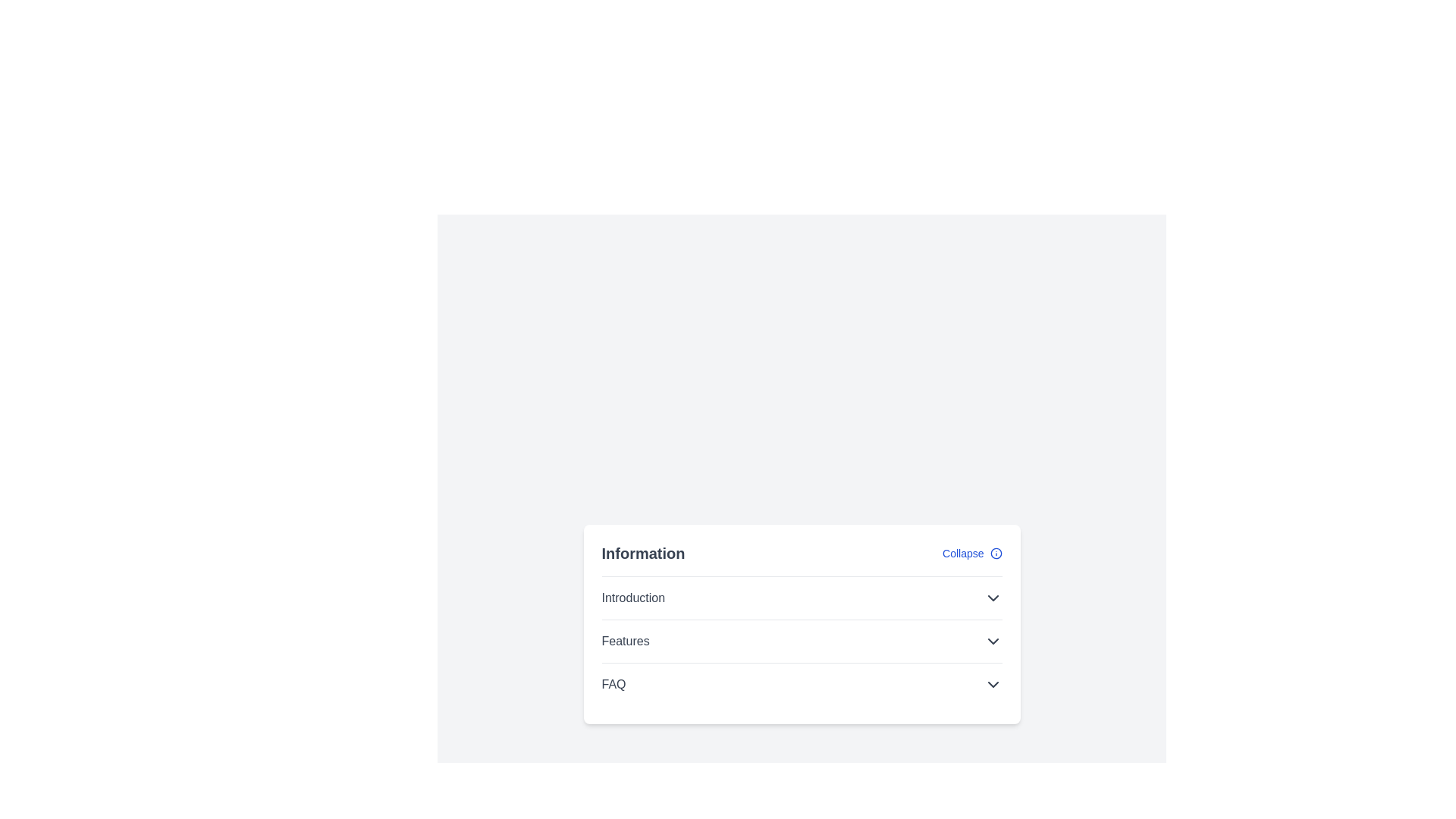  I want to click on the 'FAQ' text label located in the lower part of the menu section, positioned to the right of the 'Features' label, so click(613, 684).